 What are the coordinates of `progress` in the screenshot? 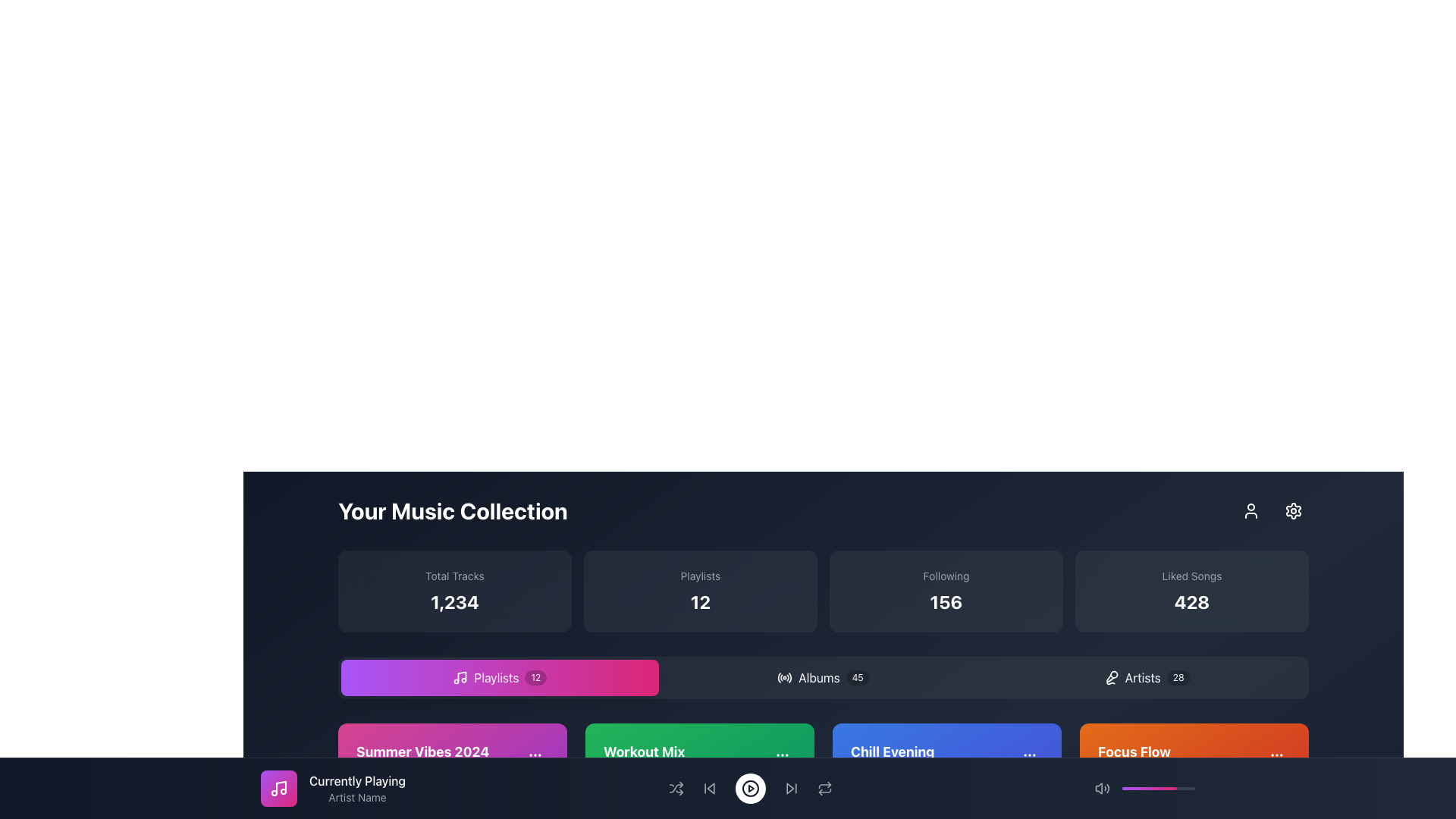 It's located at (1191, 788).